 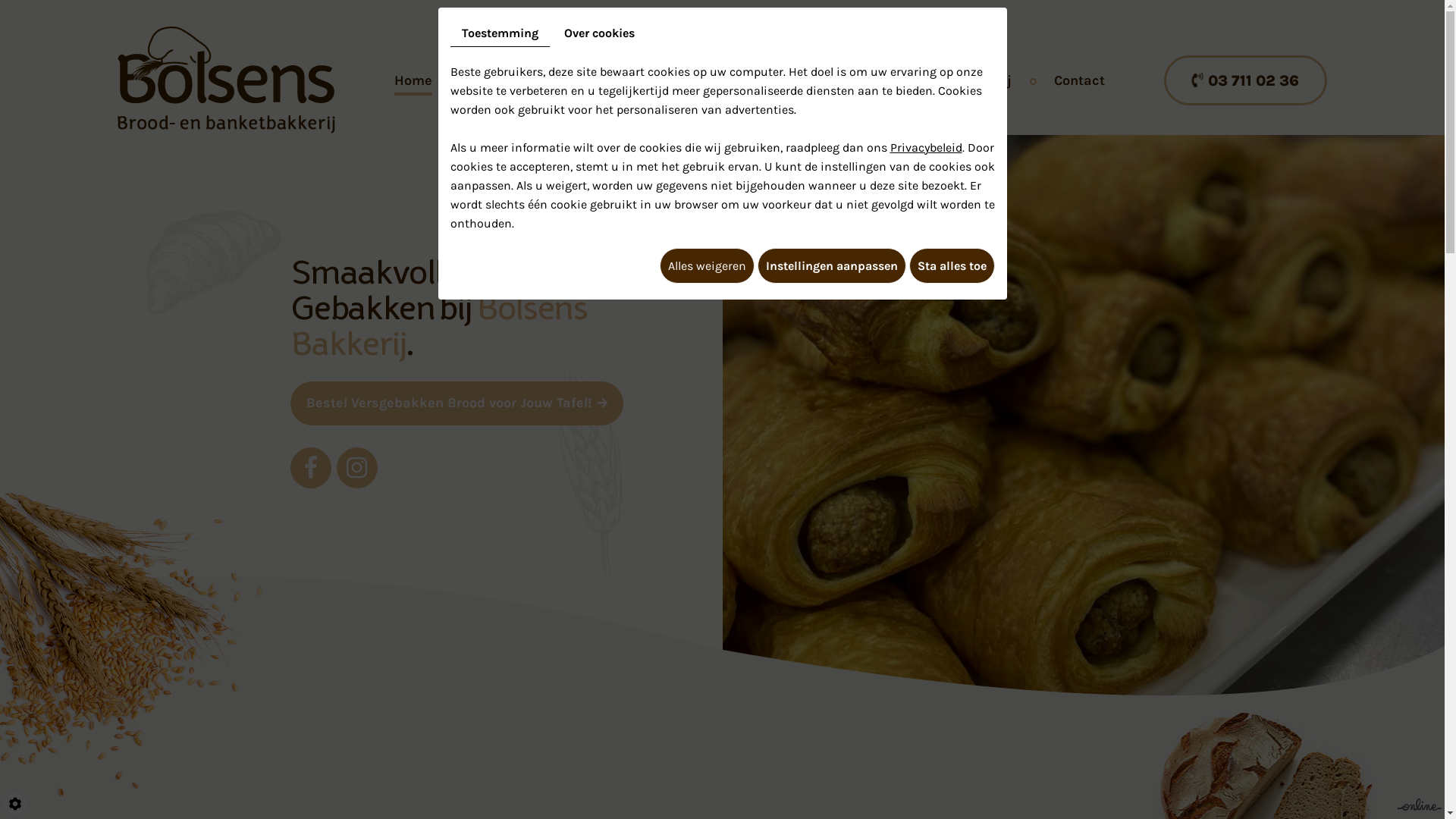 What do you see at coordinates (925, 147) in the screenshot?
I see `'Privacybeleid'` at bounding box center [925, 147].